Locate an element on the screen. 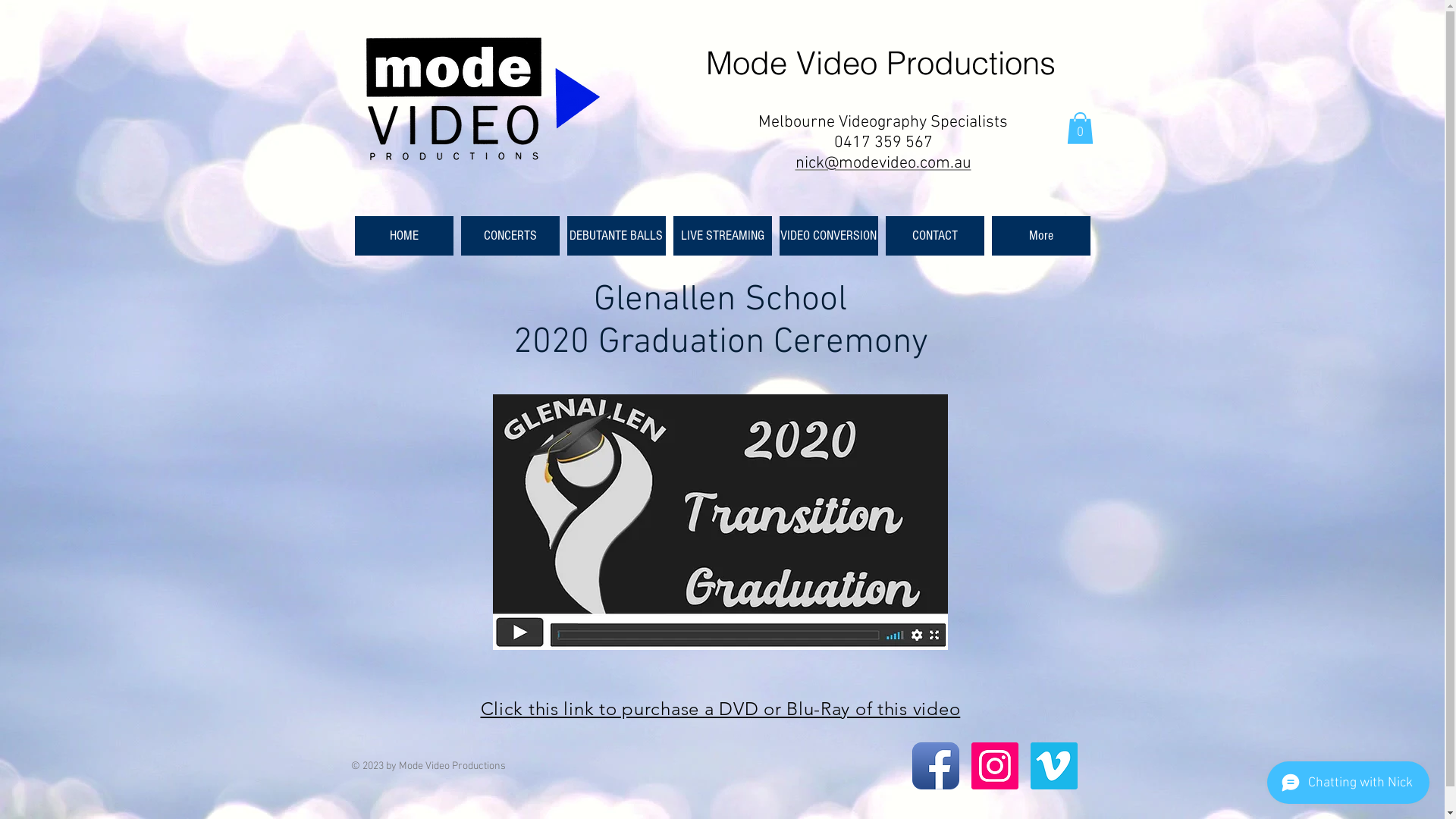 This screenshot has height=819, width=1456. 'DEBUTANTE BALLS' is located at coordinates (566, 236).